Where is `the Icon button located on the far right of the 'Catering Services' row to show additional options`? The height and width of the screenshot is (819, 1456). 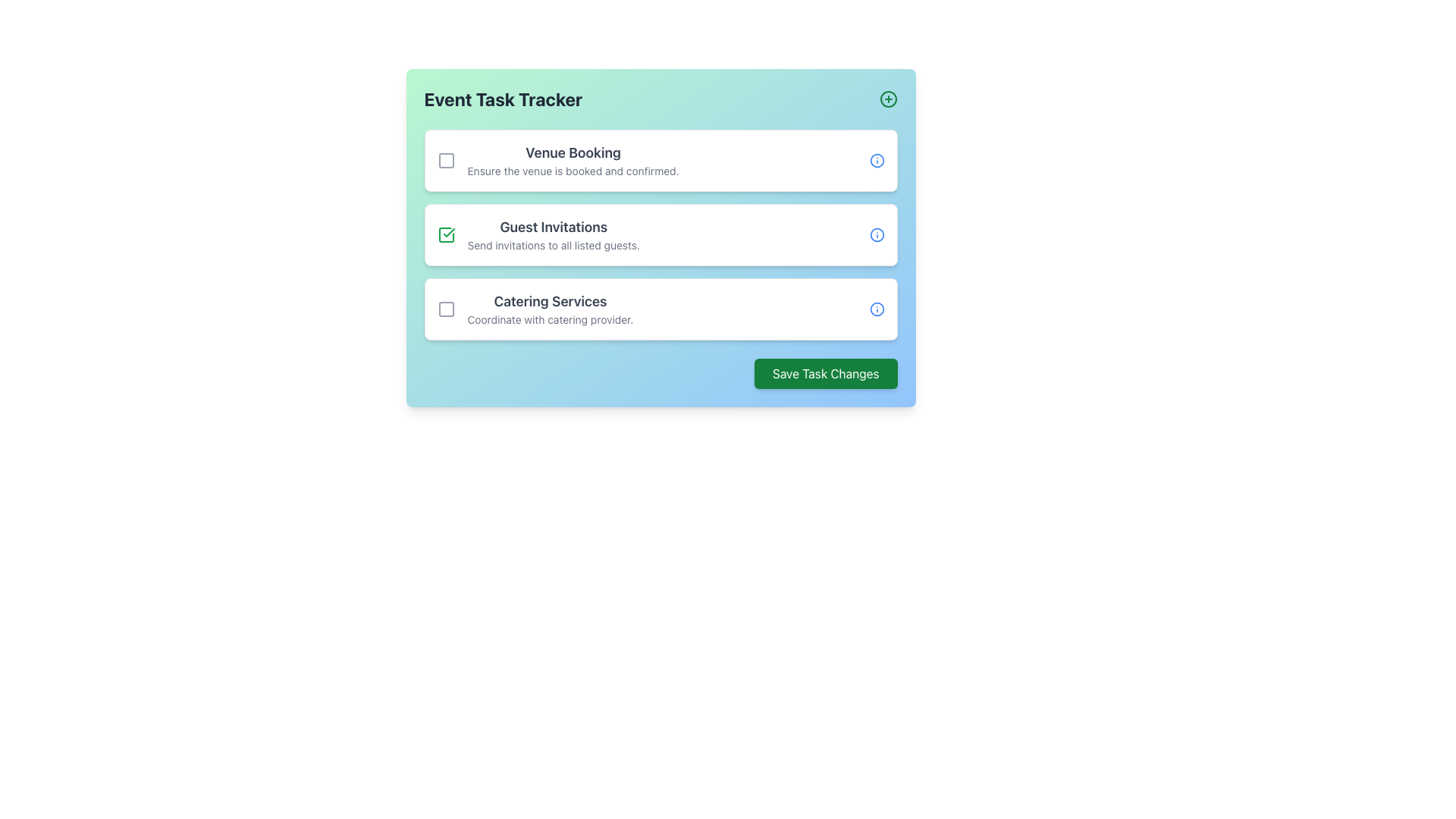 the Icon button located on the far right of the 'Catering Services' row to show additional options is located at coordinates (877, 309).